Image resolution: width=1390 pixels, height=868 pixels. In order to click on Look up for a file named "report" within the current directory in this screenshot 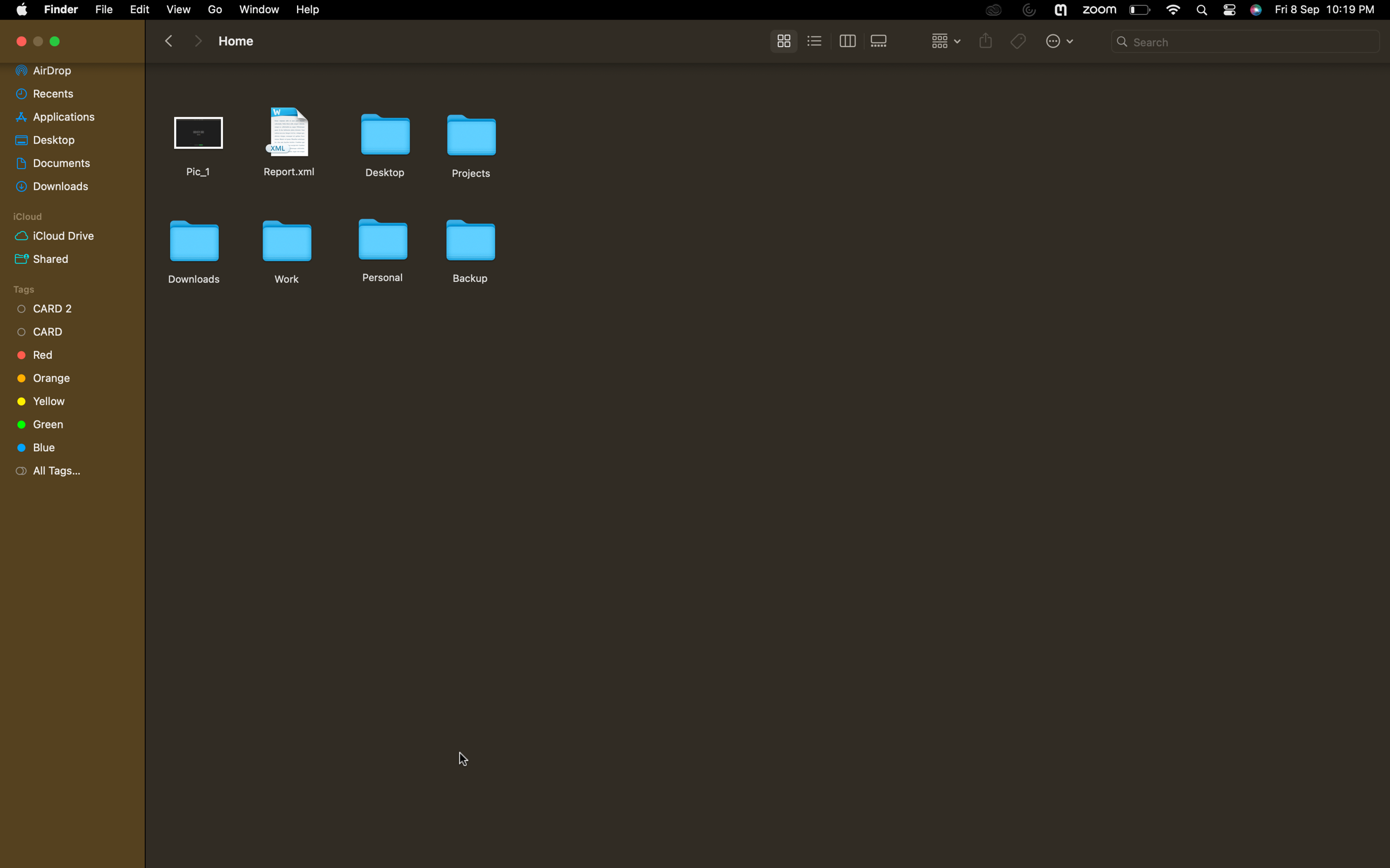, I will do `click(1246, 42)`.